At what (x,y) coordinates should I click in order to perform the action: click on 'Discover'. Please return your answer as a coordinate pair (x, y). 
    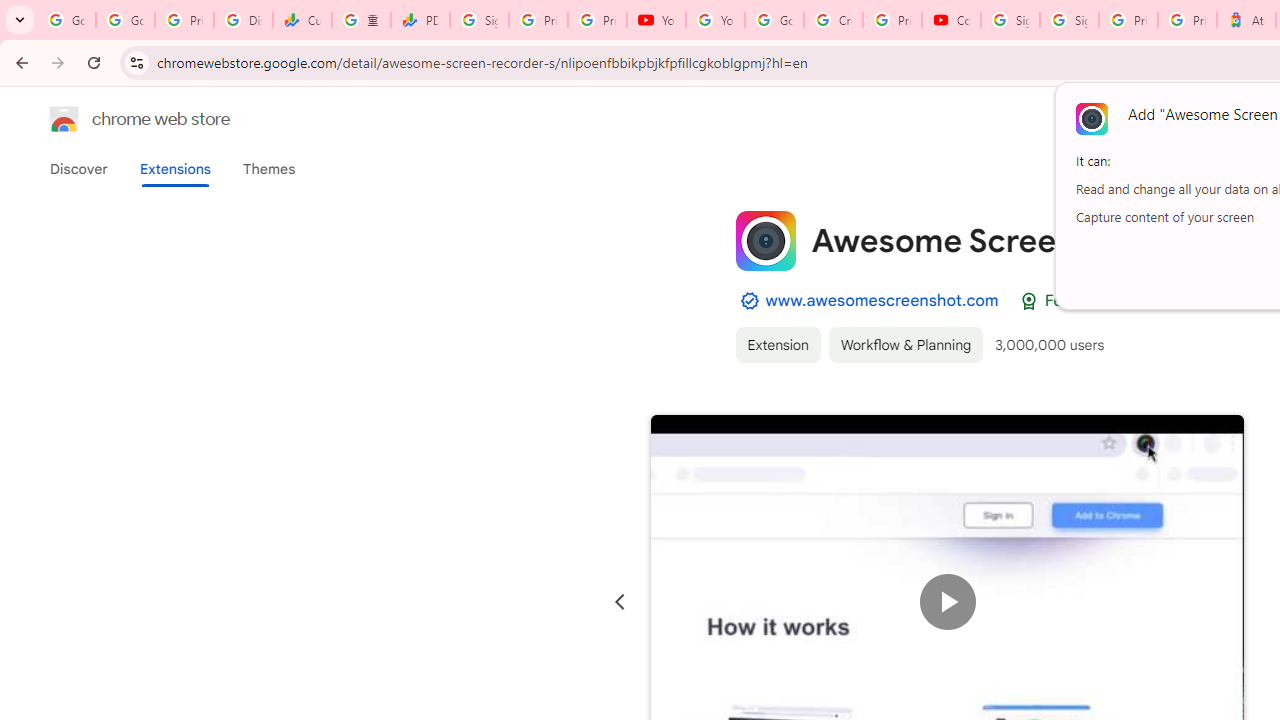
    Looking at the image, I should click on (79, 168).